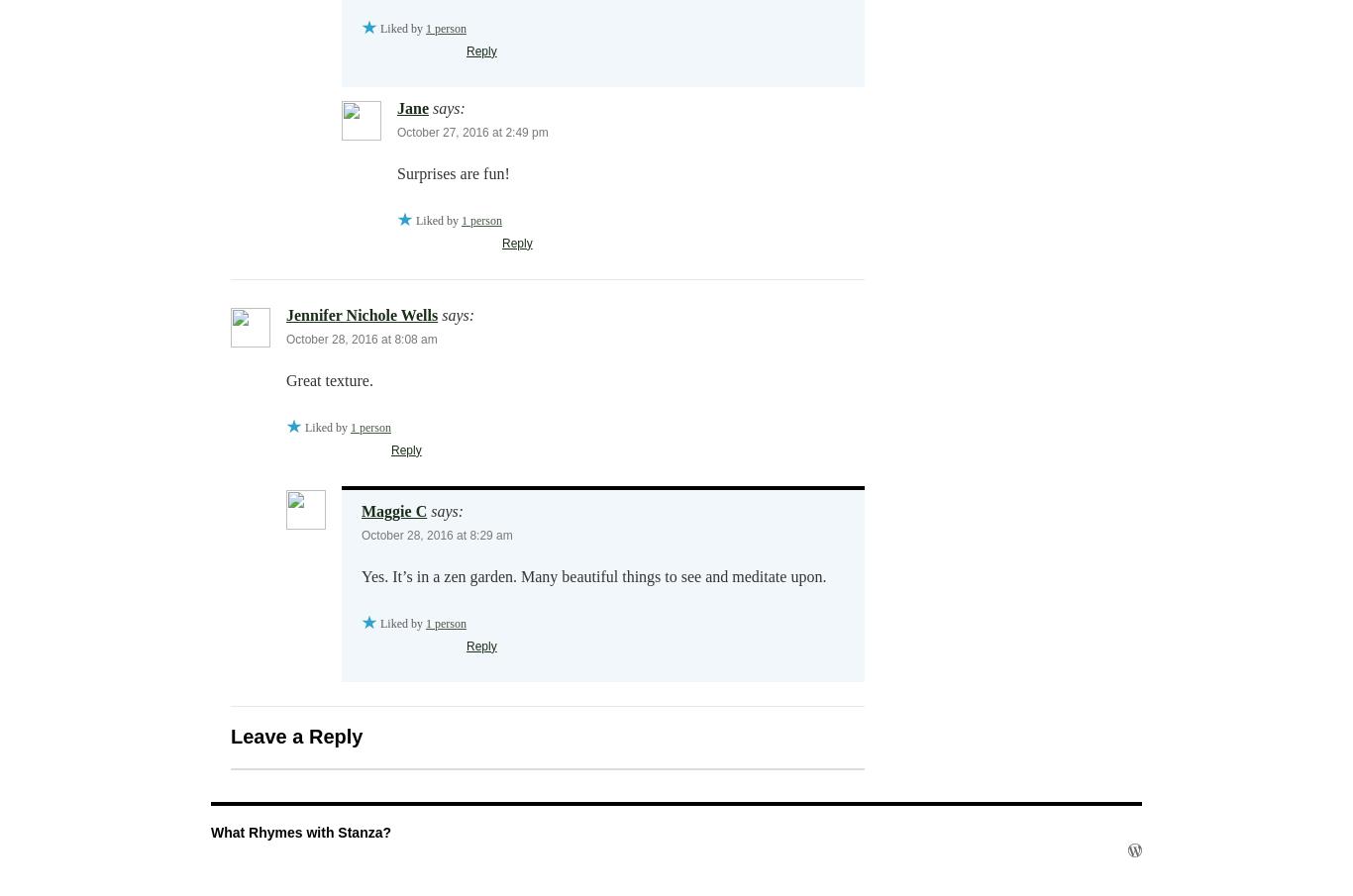 Image resolution: width=1353 pixels, height=896 pixels. Describe the element at coordinates (592, 575) in the screenshot. I see `'Yes. It’s in a zen garden. Many beautiful things to see and meditate upon.'` at that location.